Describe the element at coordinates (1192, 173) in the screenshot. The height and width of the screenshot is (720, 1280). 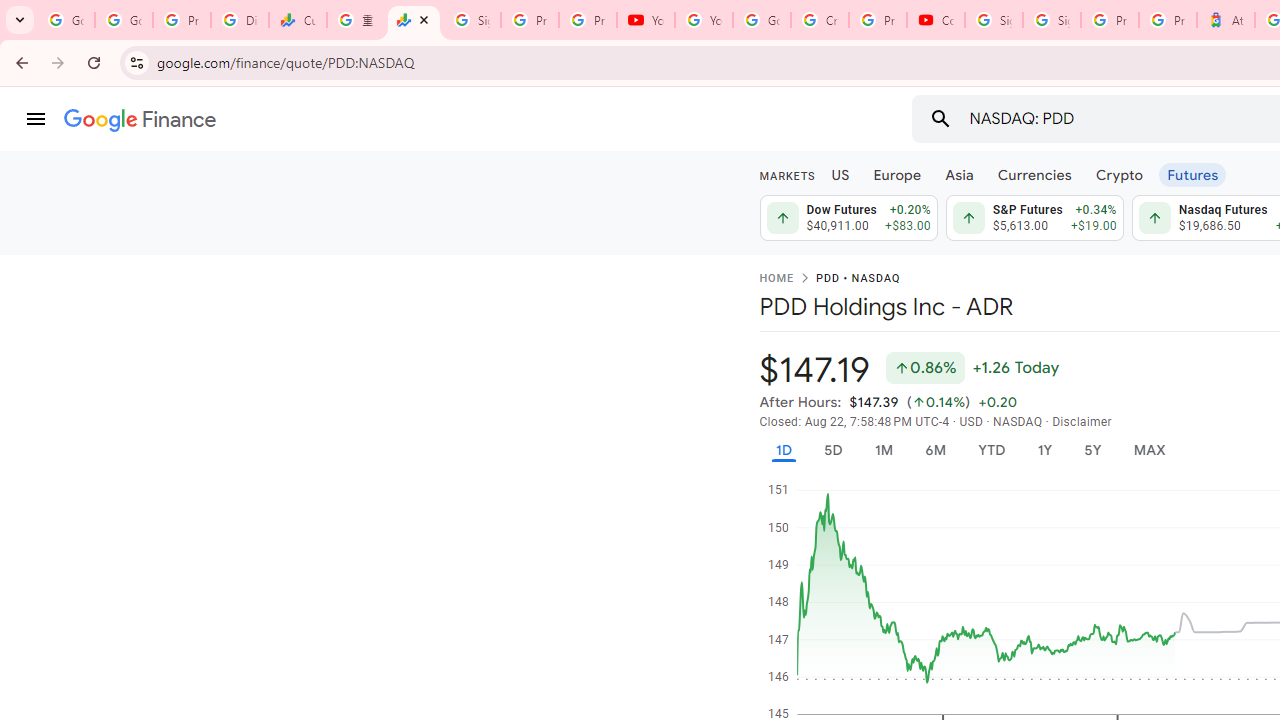
I see `'Futures'` at that location.